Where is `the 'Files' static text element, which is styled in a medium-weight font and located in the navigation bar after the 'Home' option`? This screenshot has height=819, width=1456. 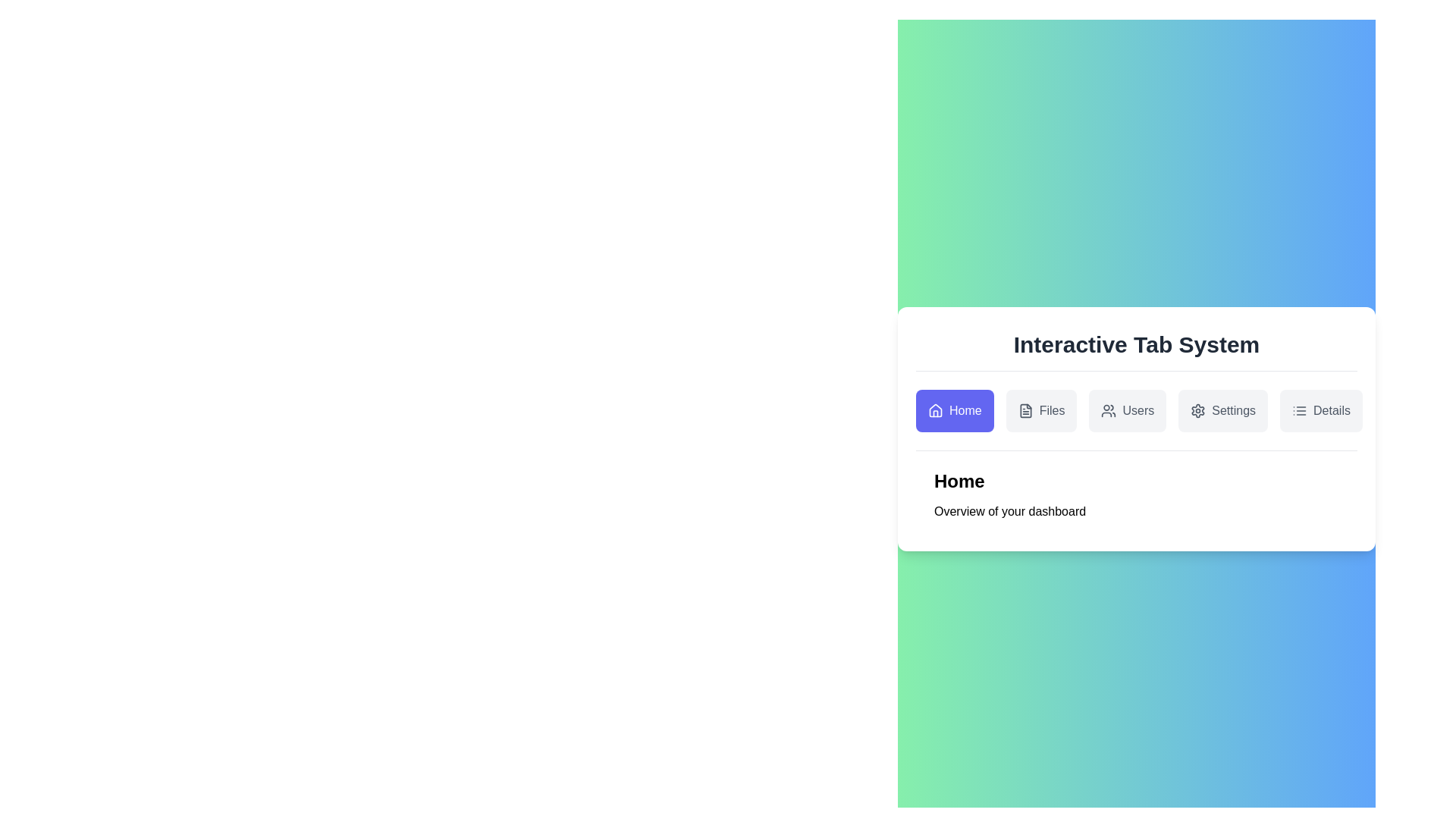 the 'Files' static text element, which is styled in a medium-weight font and located in the navigation bar after the 'Home' option is located at coordinates (1051, 411).